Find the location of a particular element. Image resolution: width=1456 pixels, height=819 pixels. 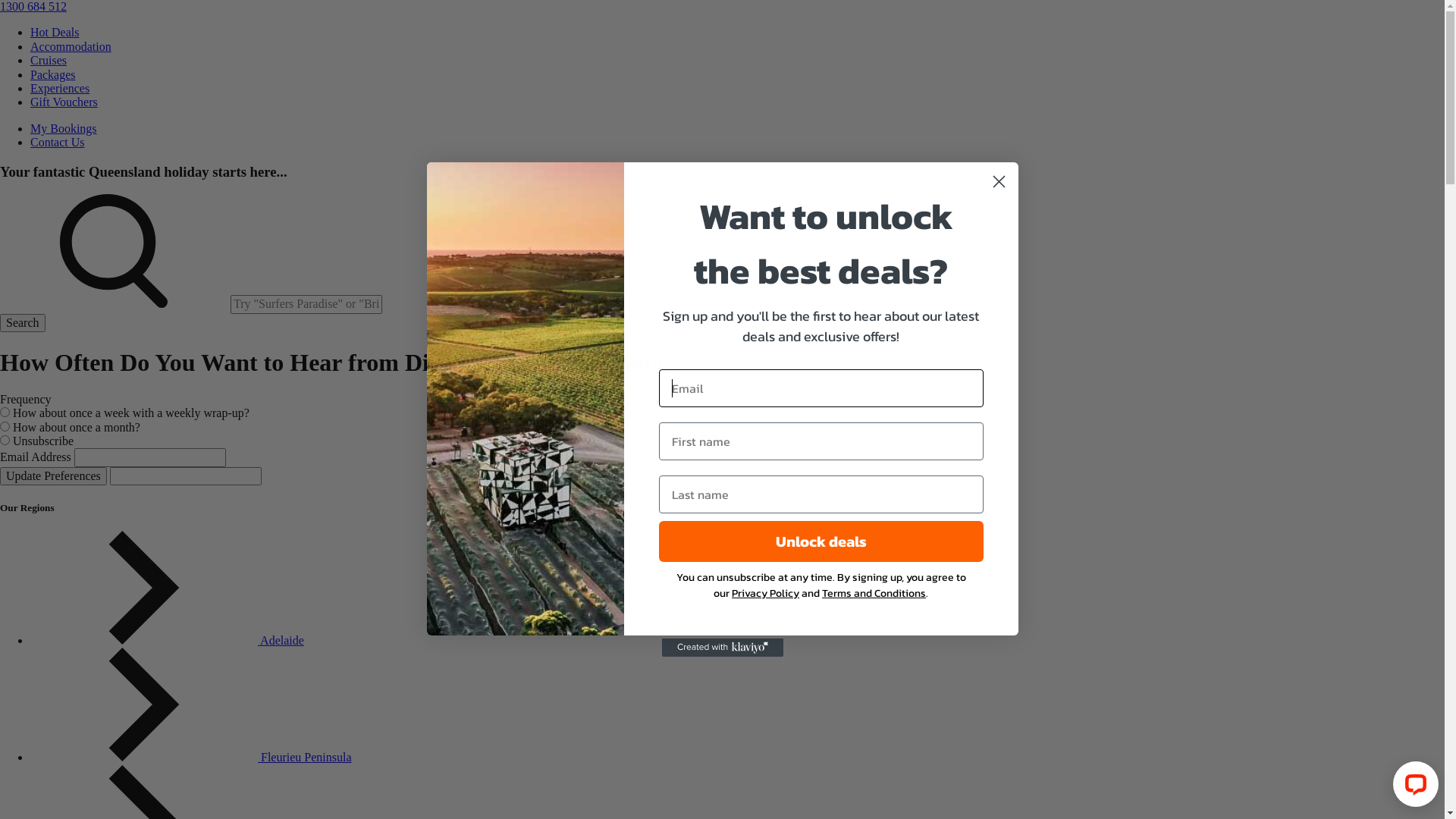

'Terms and Conditions' is located at coordinates (874, 592).